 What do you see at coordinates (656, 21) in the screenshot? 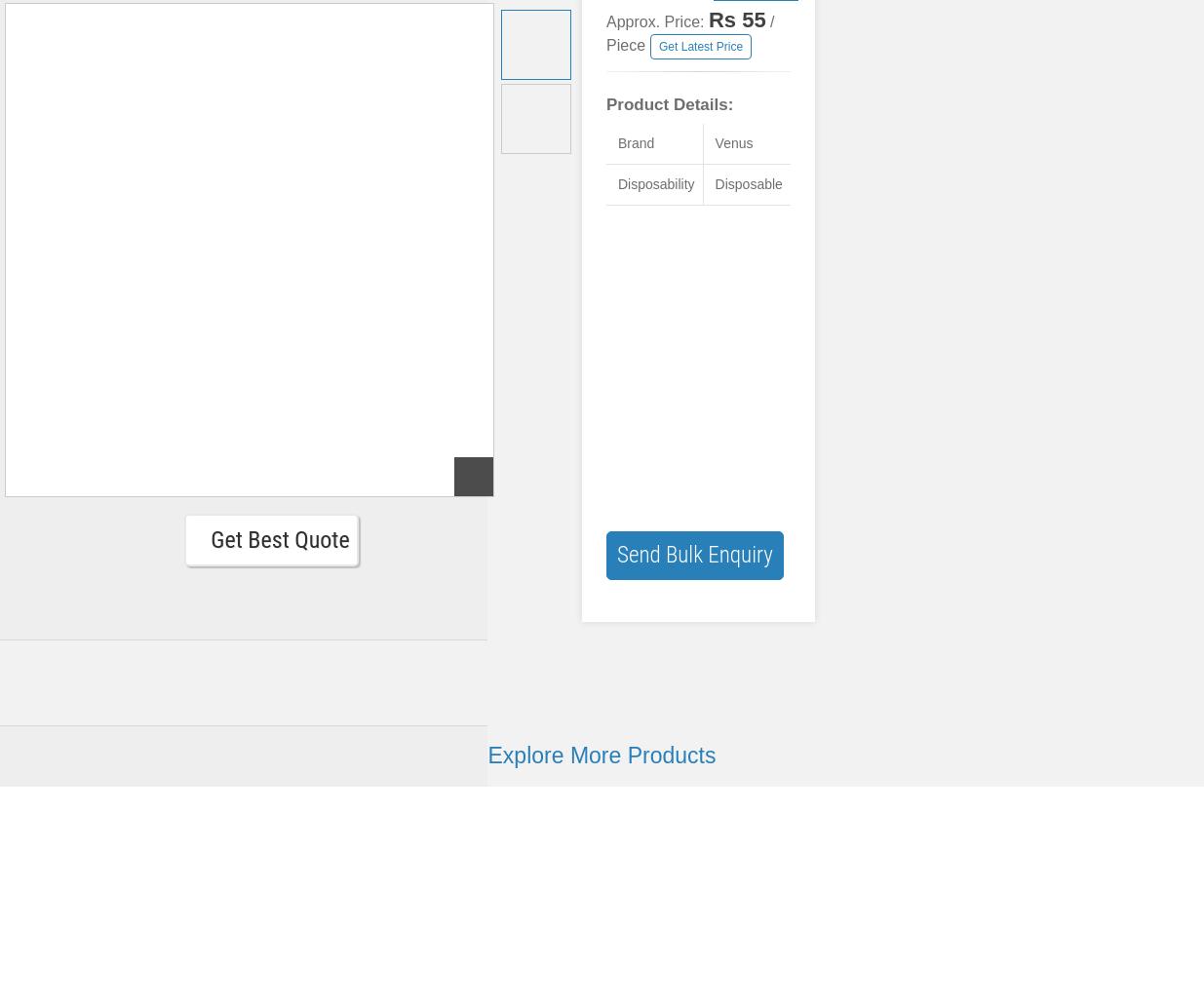
I see `'Approx. Price:'` at bounding box center [656, 21].